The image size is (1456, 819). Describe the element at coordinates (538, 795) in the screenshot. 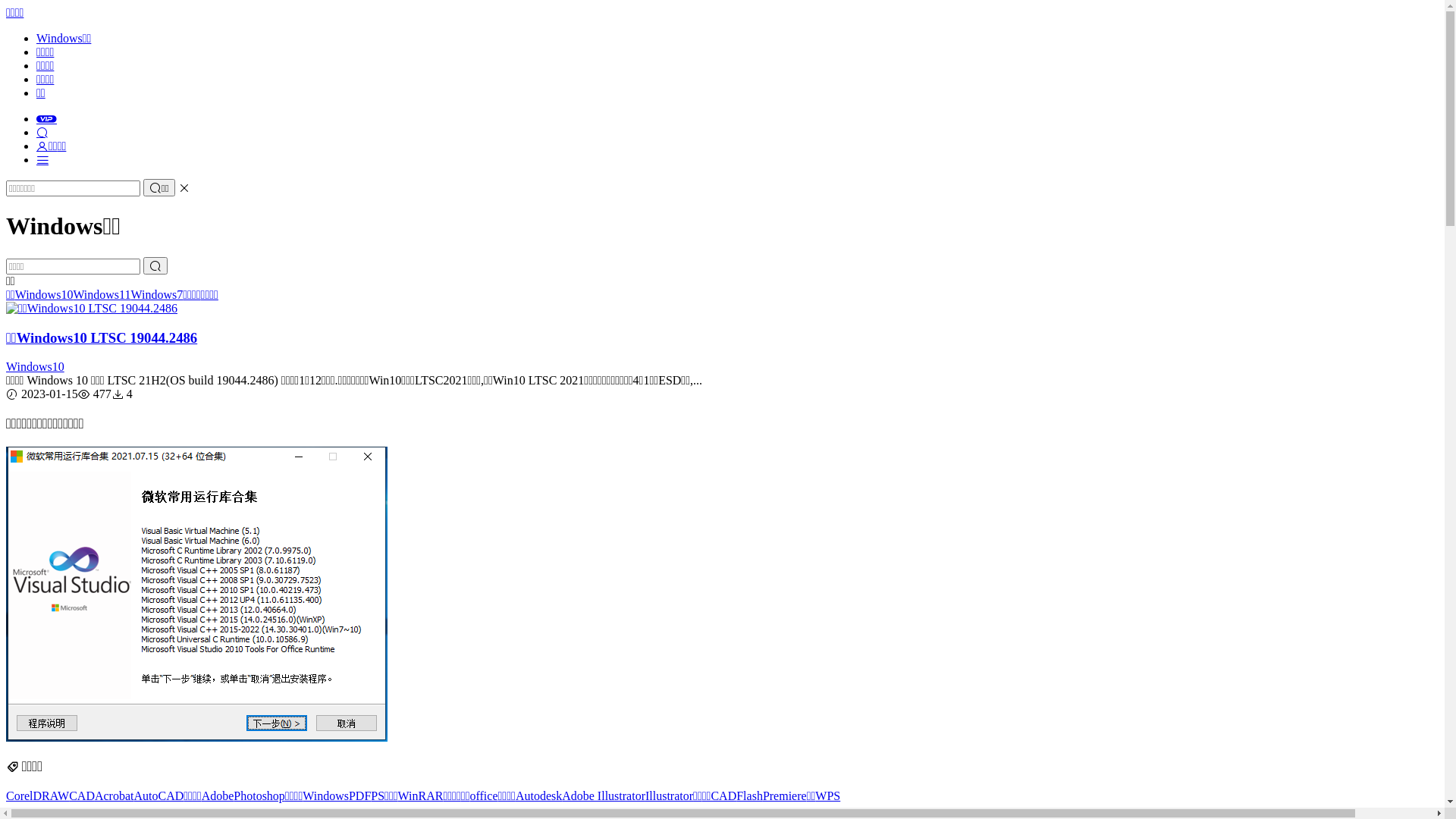

I see `'Autodesk'` at that location.